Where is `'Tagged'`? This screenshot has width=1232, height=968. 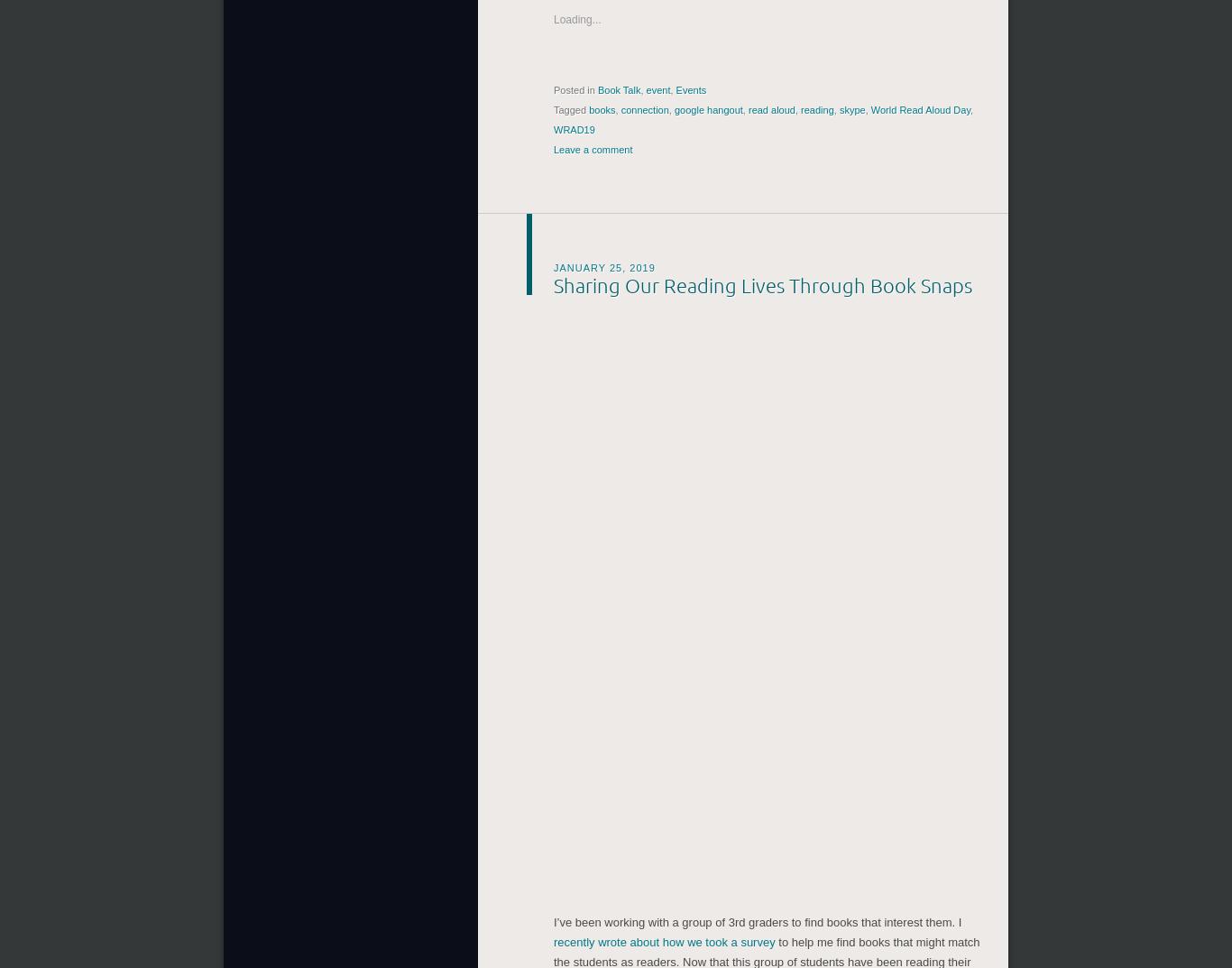
'Tagged' is located at coordinates (553, 106).